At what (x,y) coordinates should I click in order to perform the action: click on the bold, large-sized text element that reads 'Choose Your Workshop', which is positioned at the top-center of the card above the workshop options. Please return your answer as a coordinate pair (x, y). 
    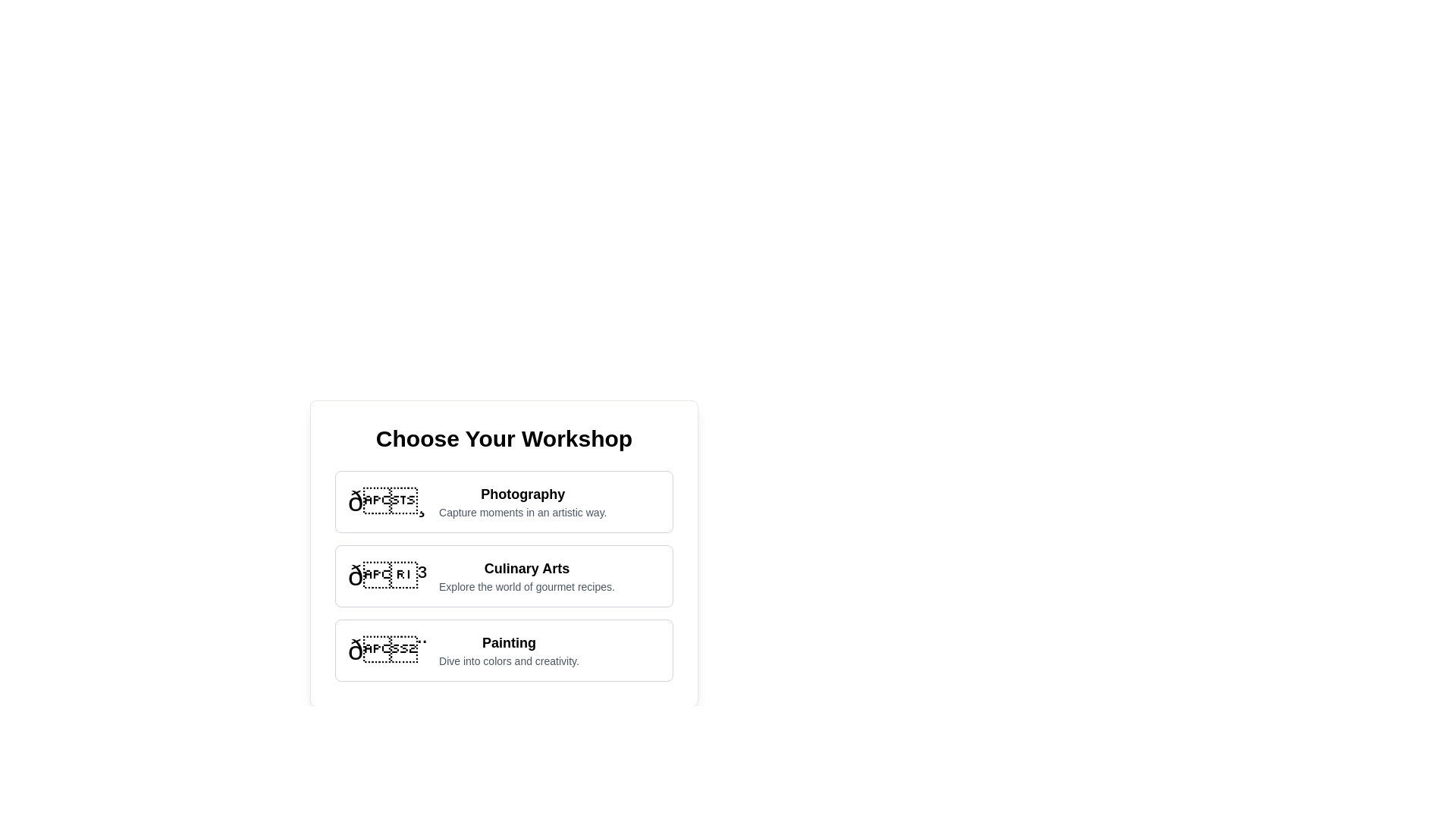
    Looking at the image, I should click on (504, 438).